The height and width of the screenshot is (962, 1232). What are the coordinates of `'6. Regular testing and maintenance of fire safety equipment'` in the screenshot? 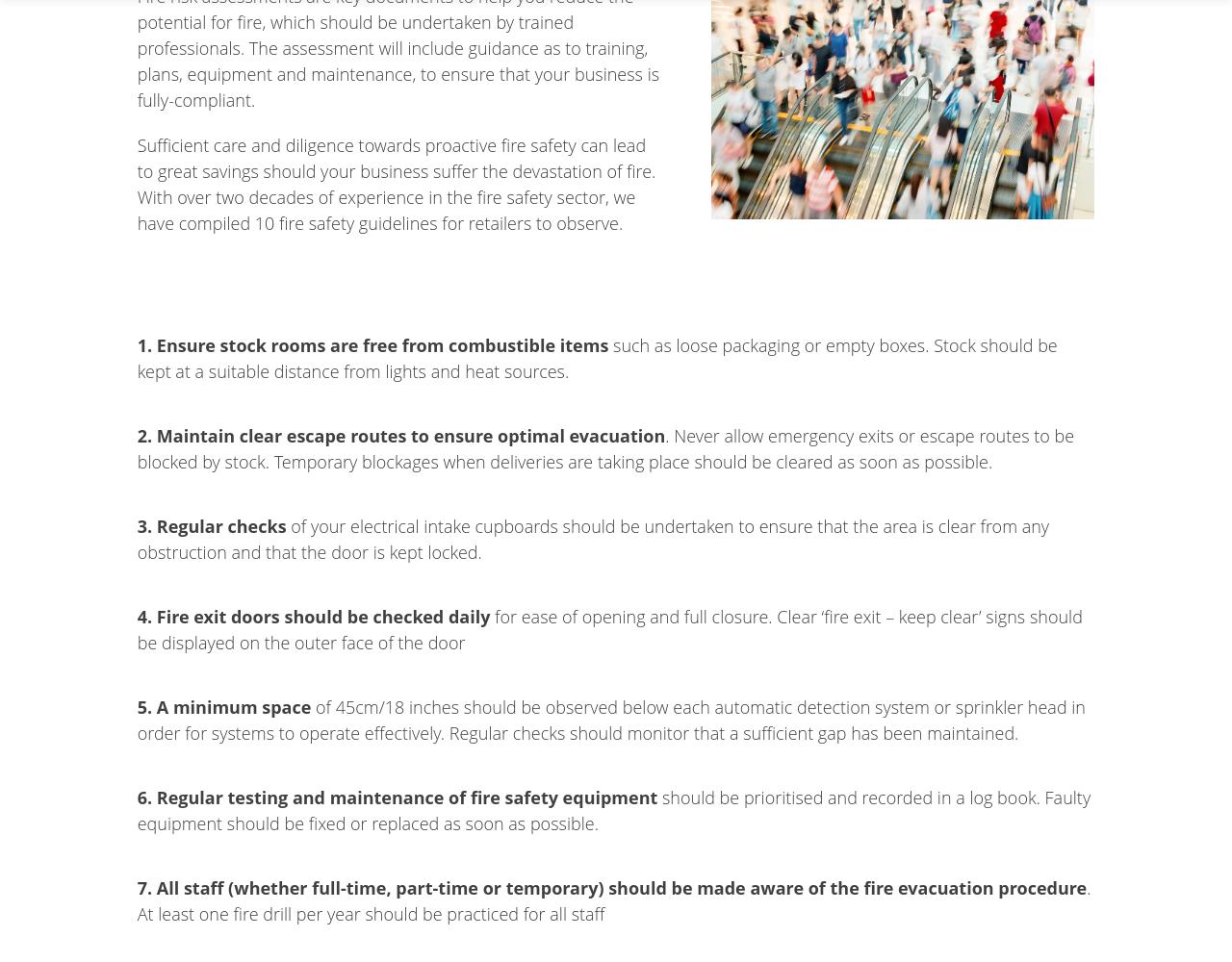 It's located at (135, 796).